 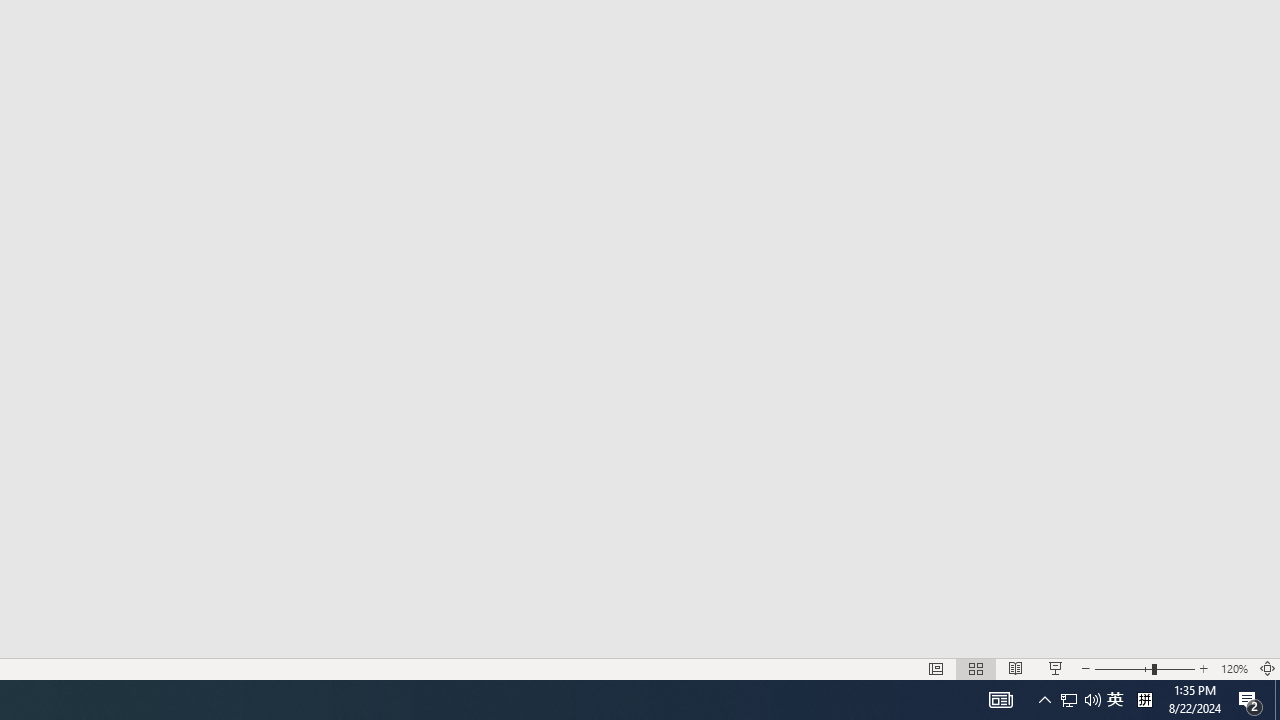 What do you see at coordinates (1144, 669) in the screenshot?
I see `'Zoom'` at bounding box center [1144, 669].